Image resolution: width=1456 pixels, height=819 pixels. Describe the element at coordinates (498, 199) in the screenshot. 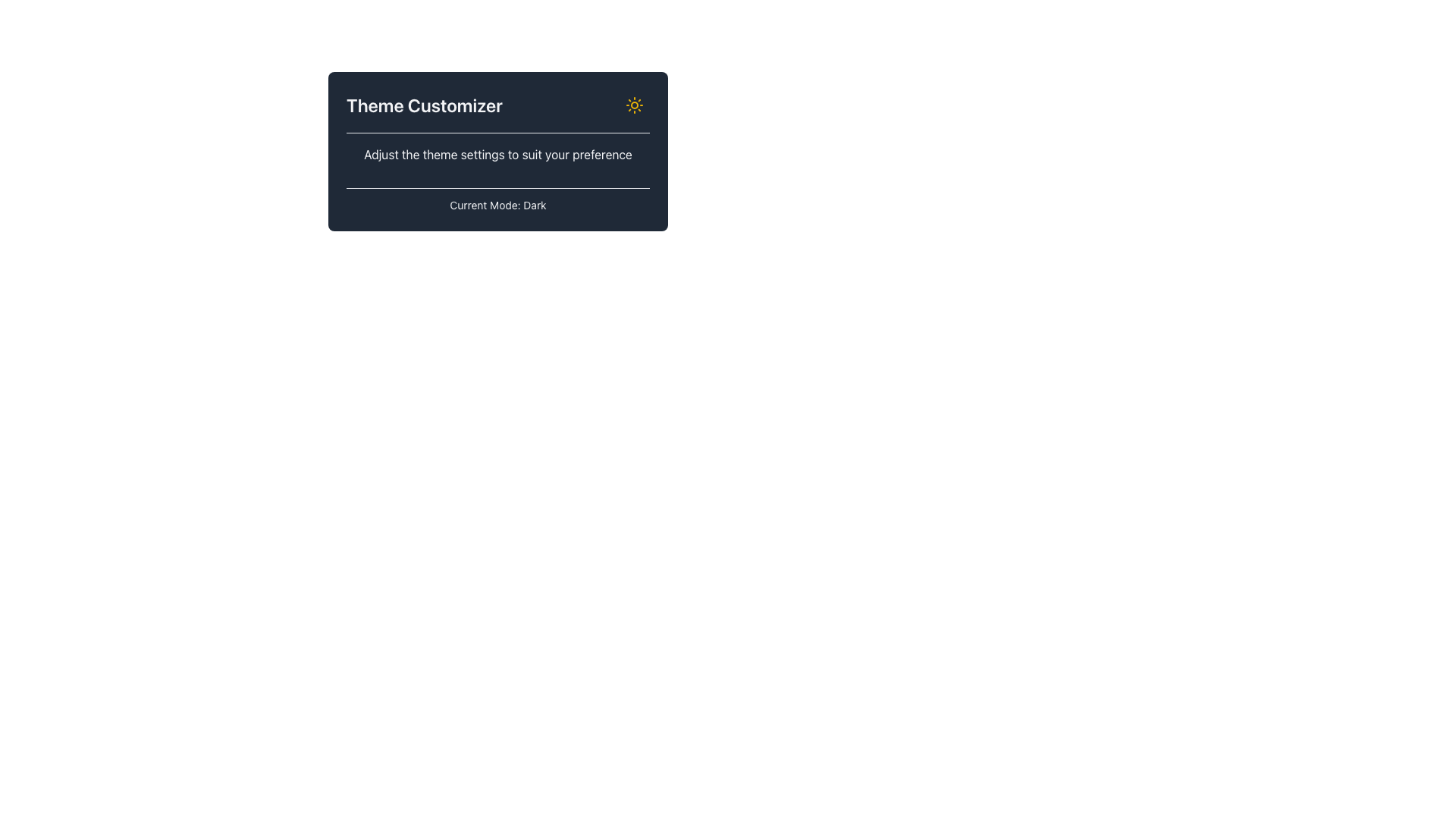

I see `the text label that says 'Current Mode: Dark', which is located at the bottom of the 'Theme Customizer' card interface` at that location.